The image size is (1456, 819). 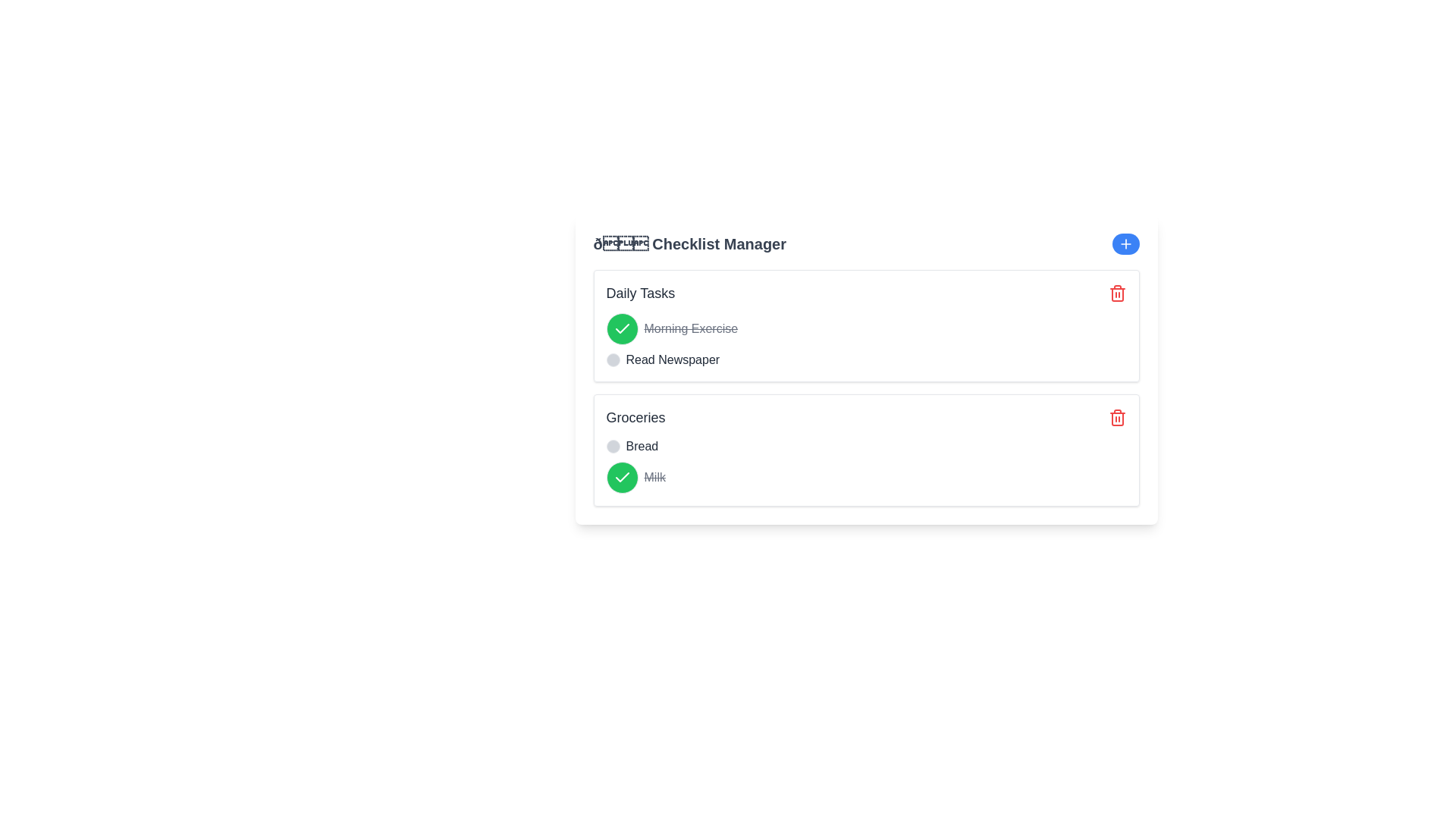 I want to click on the text label displaying '🌟 Checklist Manager', which is a bold, large, dark gray title positioned in the upper-left section of the main content area, so click(x=689, y=243).